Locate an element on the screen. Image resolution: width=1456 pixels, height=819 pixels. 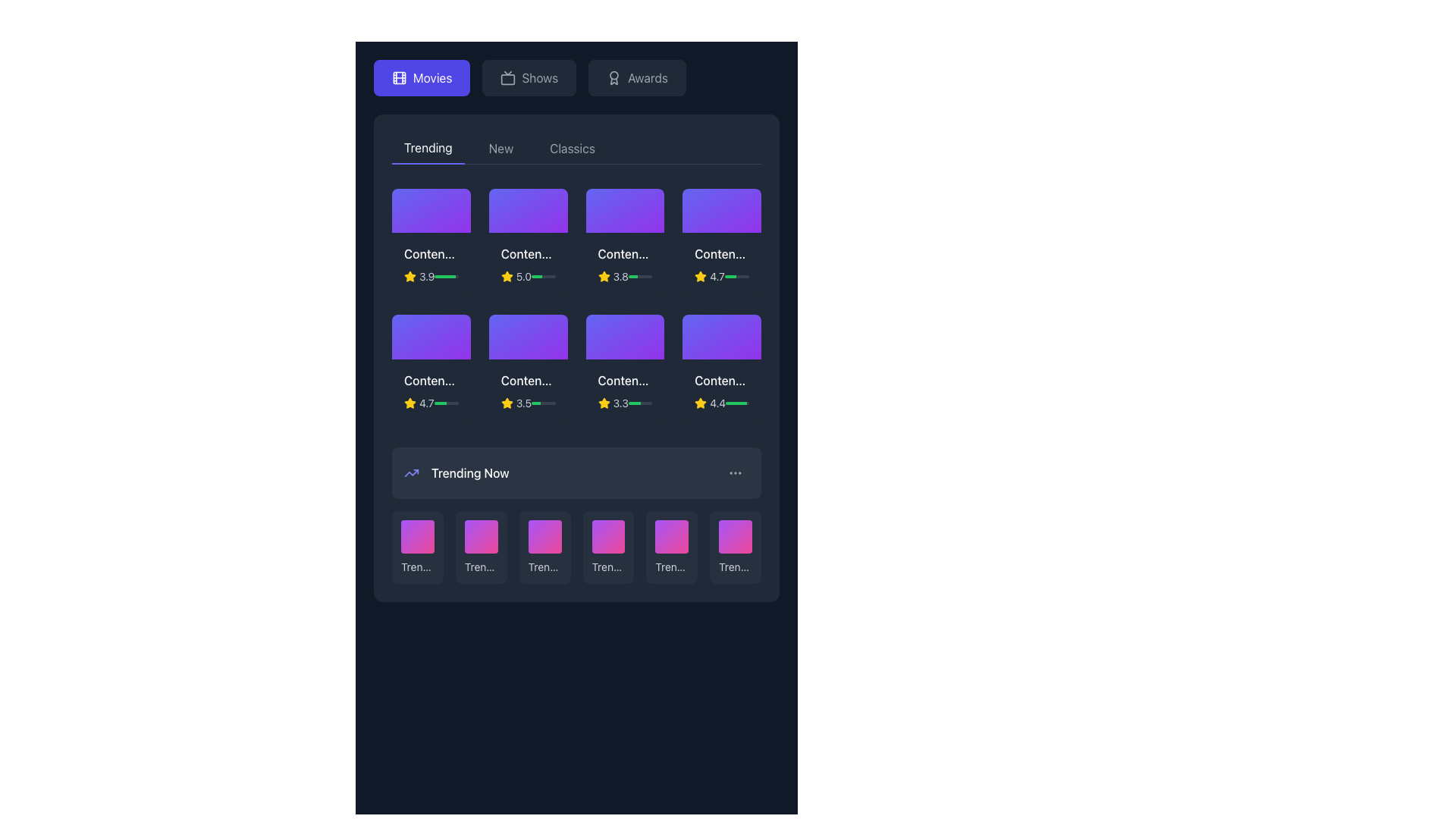
rating value displayed on the Text Label located below the movie card in the second column of the top row in the 'Trending' section, positioned to the right of a star icon is located at coordinates (523, 277).